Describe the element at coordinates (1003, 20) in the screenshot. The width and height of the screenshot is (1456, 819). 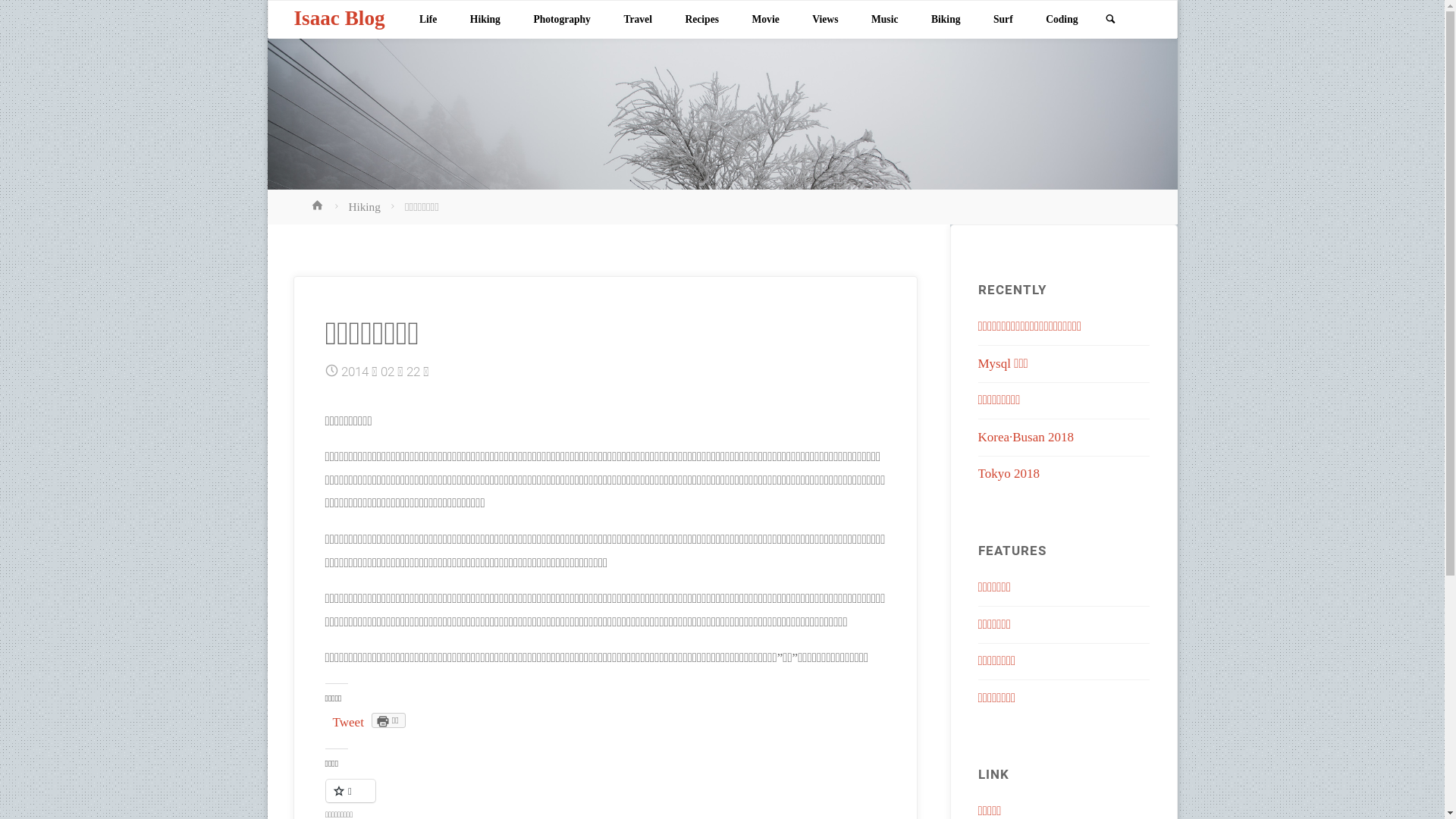
I see `'Surf'` at that location.